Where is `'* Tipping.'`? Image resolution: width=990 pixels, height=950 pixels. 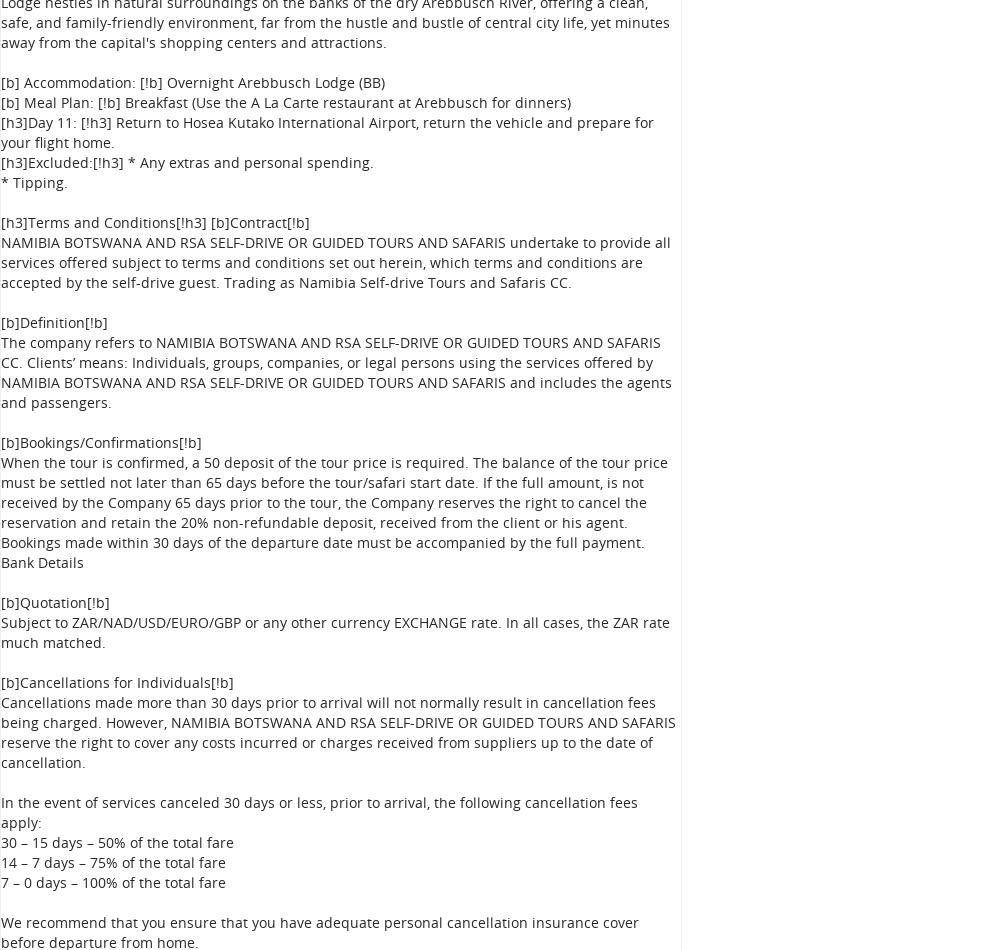 '* Tipping.' is located at coordinates (33, 182).